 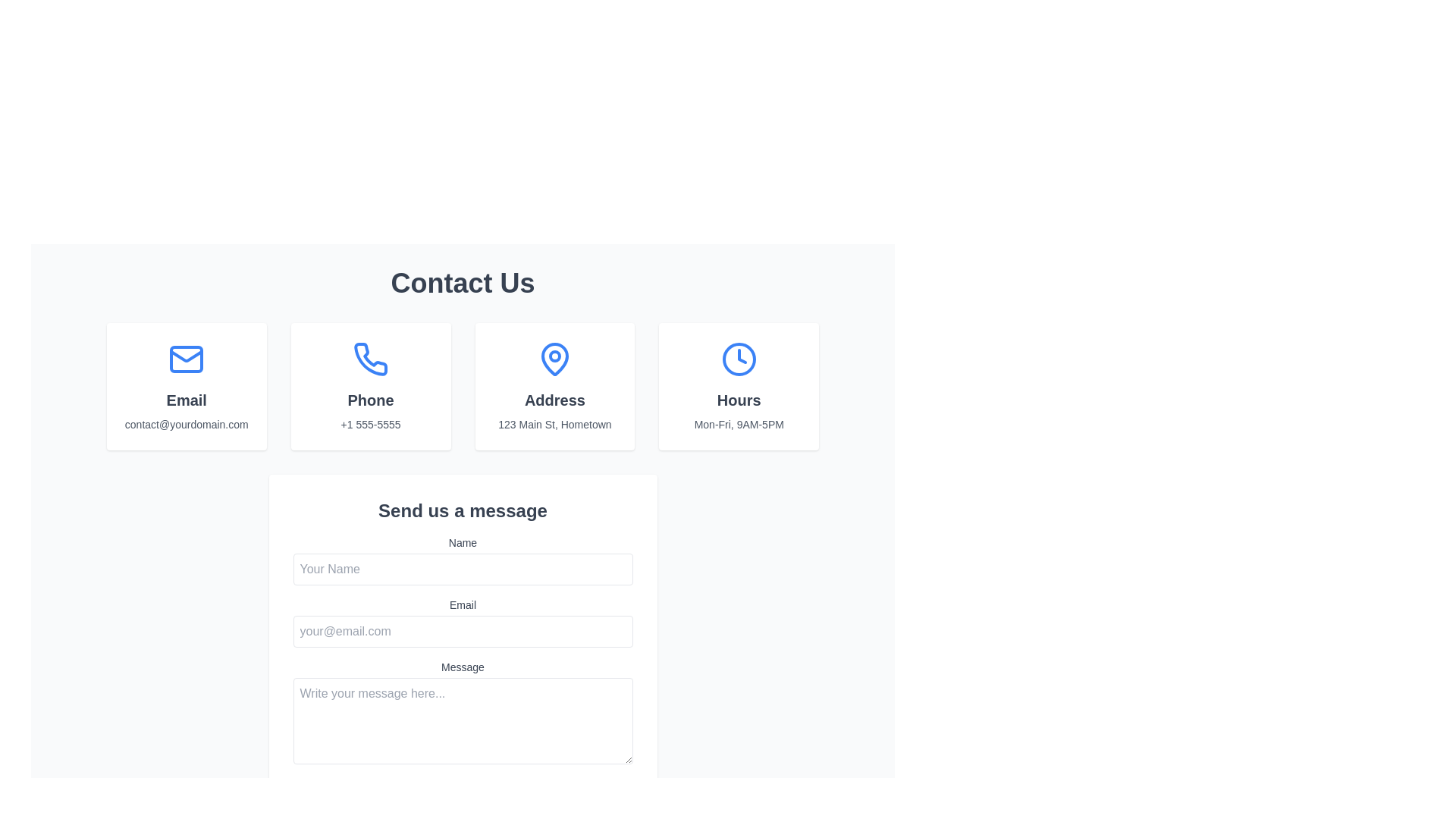 I want to click on the text label that reads 'contact@yourdomain.com', which is styled in a smaller gray font and is located within the 'Email' contact box of the 'Contact Us' section, so click(x=186, y=424).